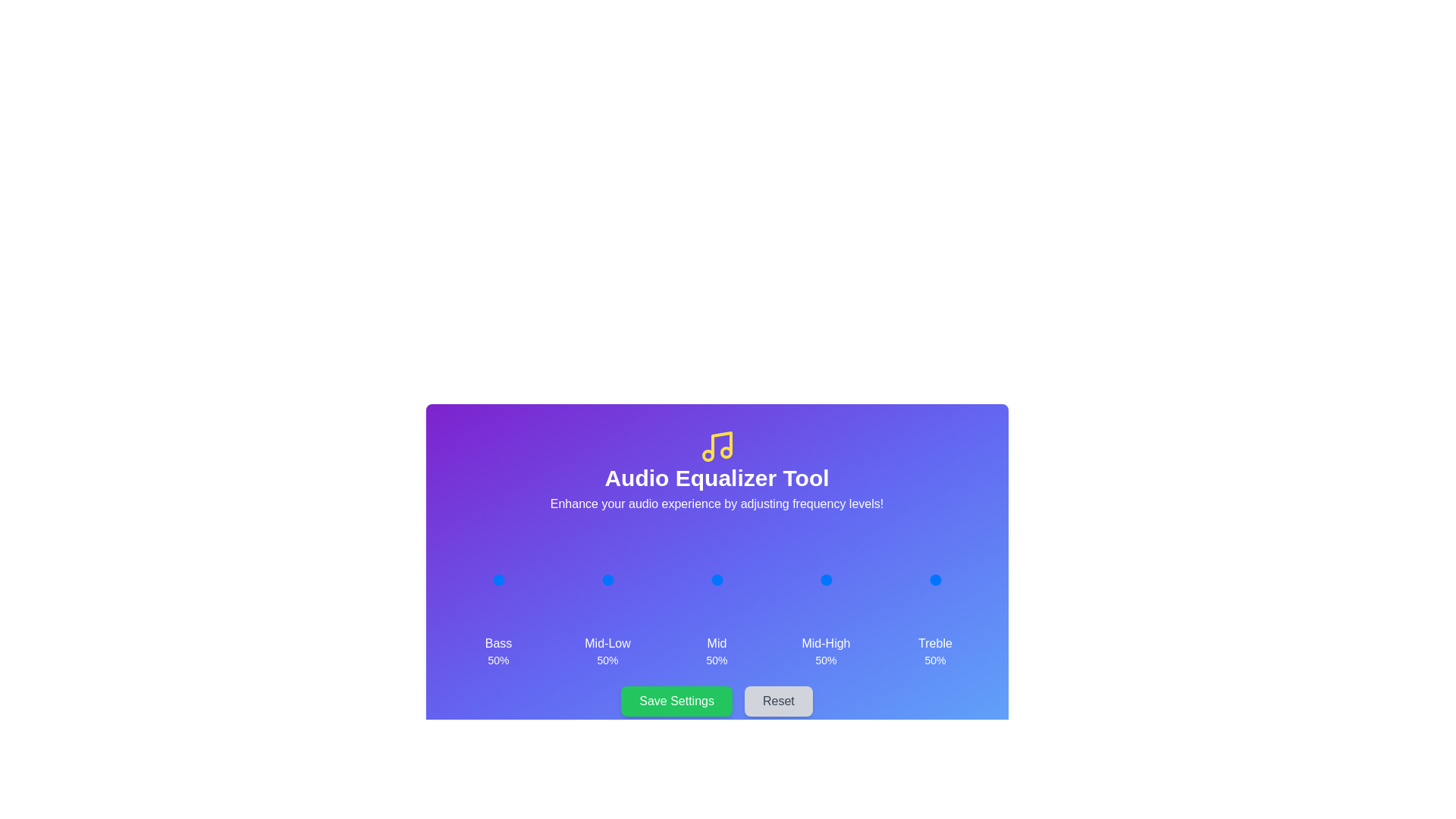  I want to click on the 2 slider to 62%, so click(722, 579).